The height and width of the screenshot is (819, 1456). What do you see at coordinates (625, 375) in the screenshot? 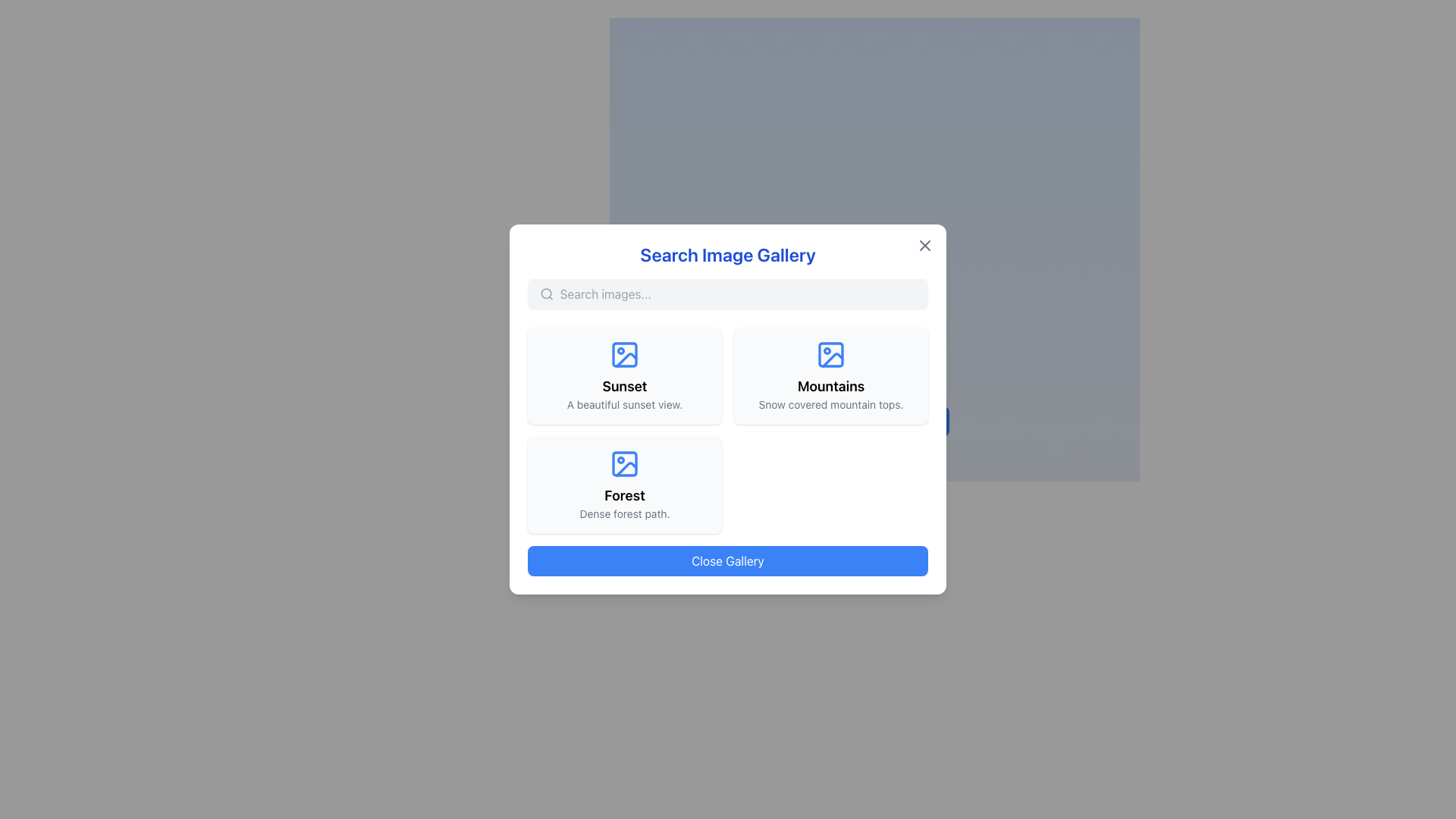
I see `the top-left card in the dialog box's content area` at bounding box center [625, 375].